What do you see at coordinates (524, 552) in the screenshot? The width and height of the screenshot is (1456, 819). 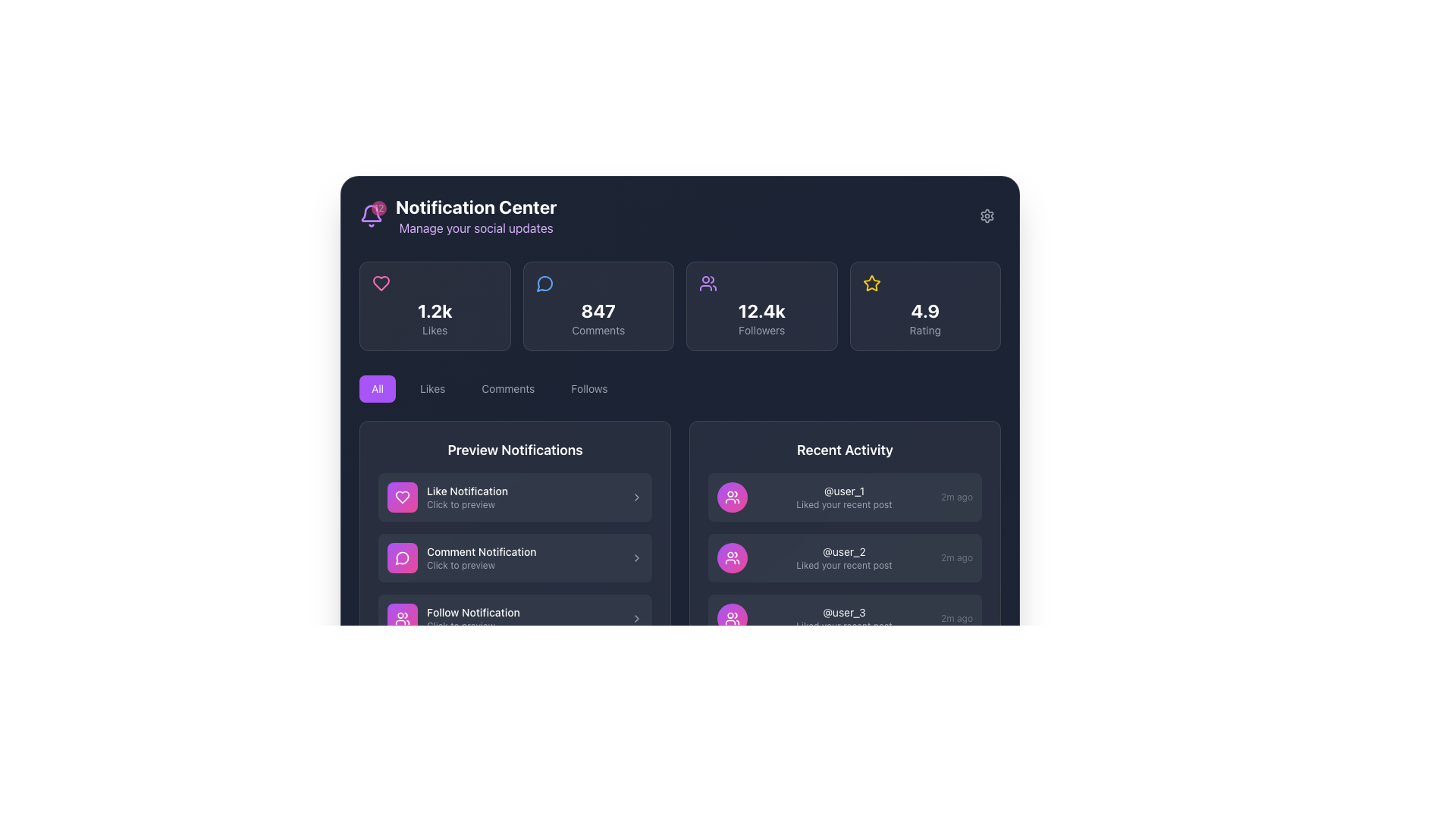 I see `the descriptive label for the notification located below the 'Preview Notifications' header in the left column of the notification card` at bounding box center [524, 552].